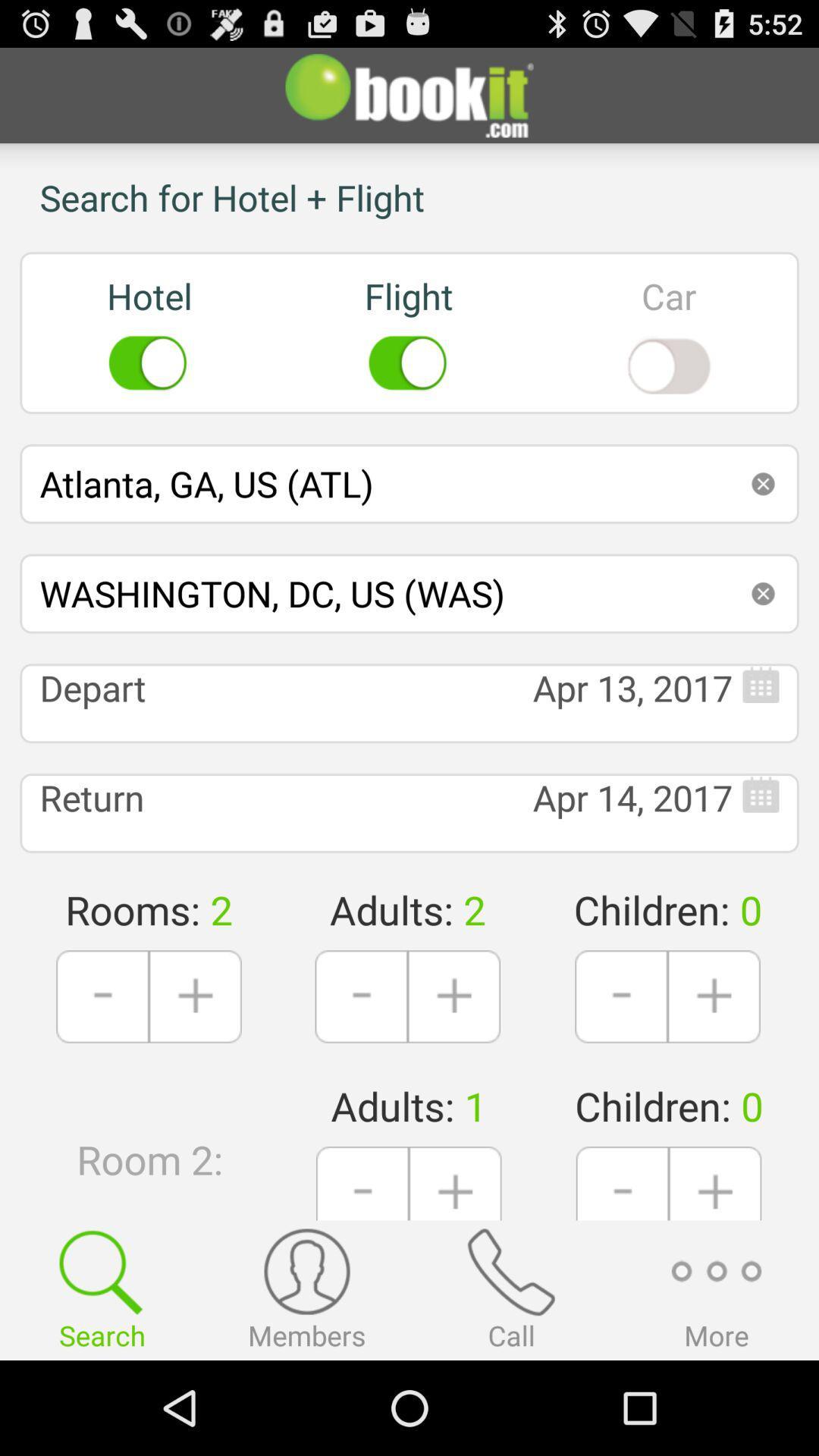  Describe the element at coordinates (362, 1266) in the screenshot. I see `the minus icon` at that location.